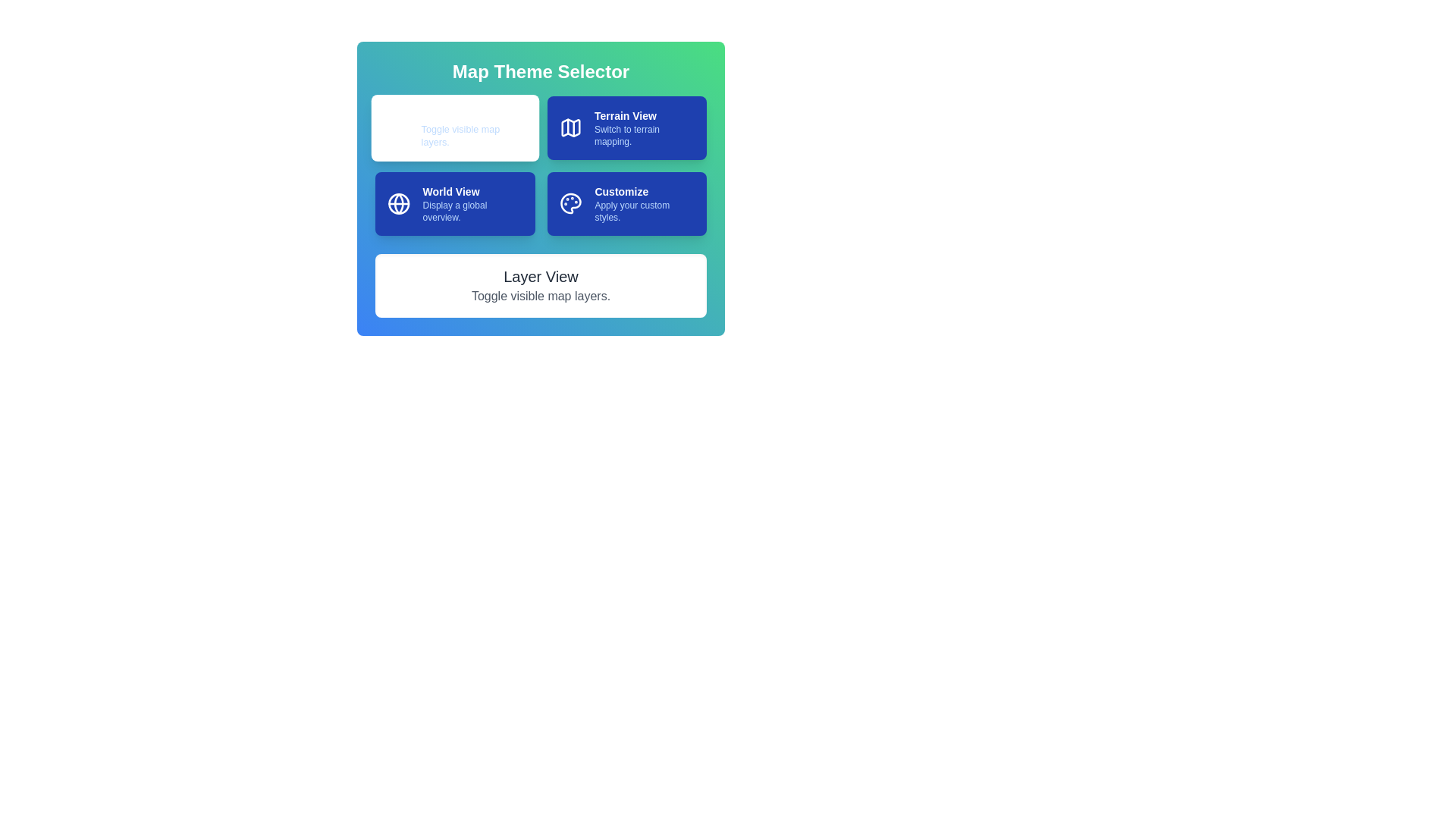 Image resolution: width=1456 pixels, height=819 pixels. I want to click on the text-label component in the bottom-right part of the 'Map Theme Selector' interface, so click(645, 203).